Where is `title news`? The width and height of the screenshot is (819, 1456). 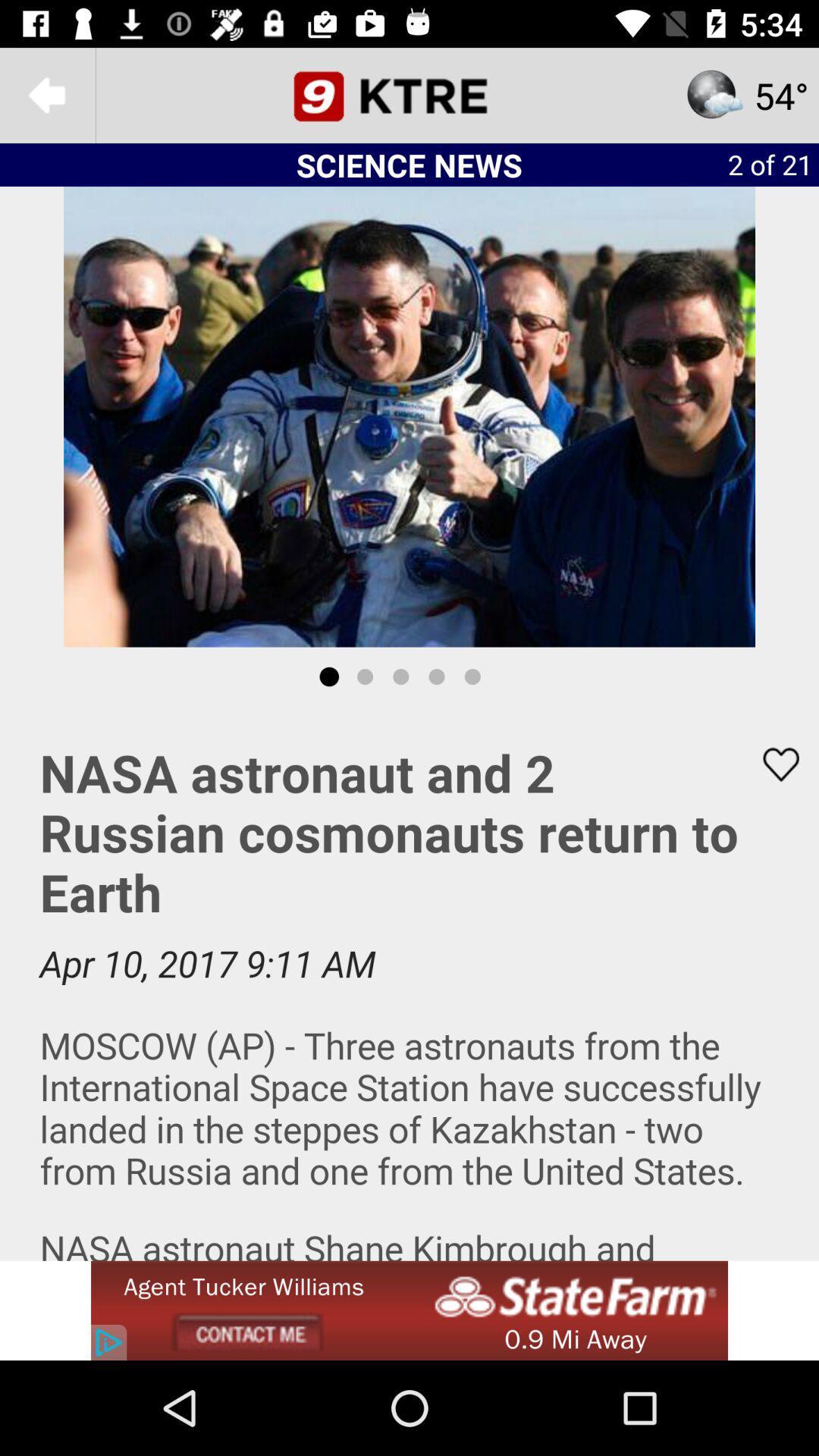
title news is located at coordinates (409, 94).